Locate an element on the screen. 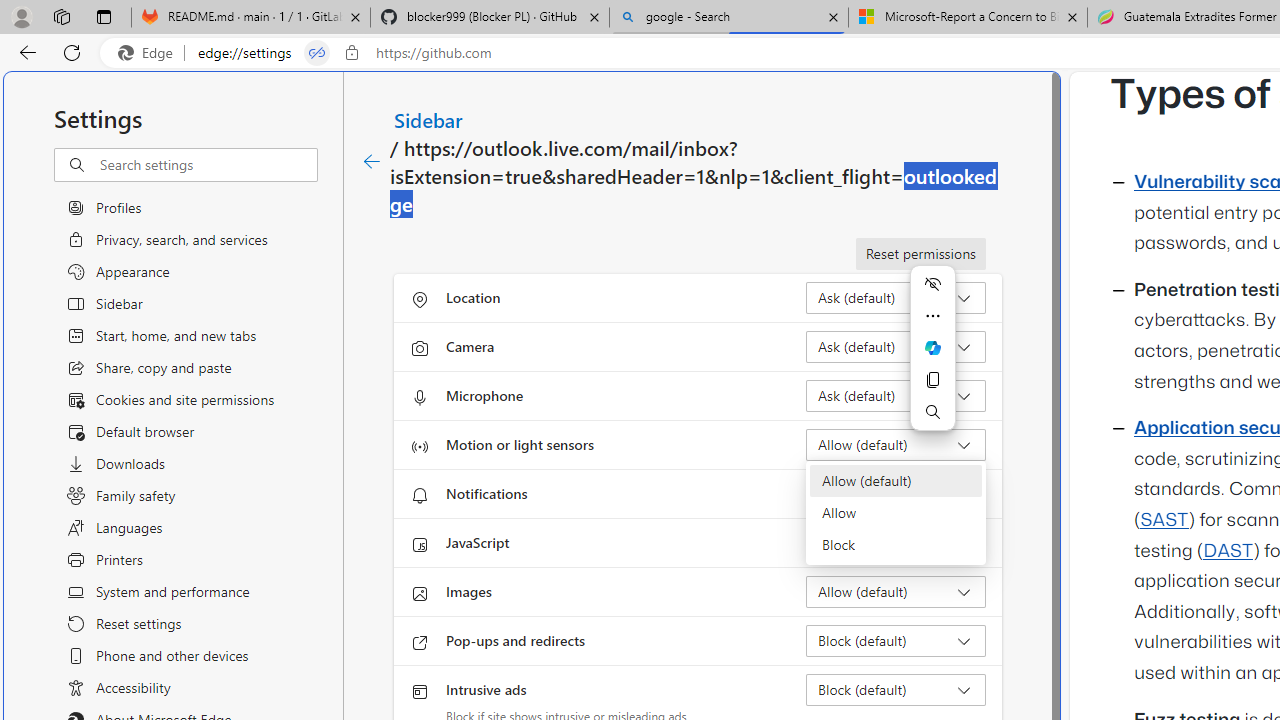  'Notifications Ask (default)' is located at coordinates (895, 493).